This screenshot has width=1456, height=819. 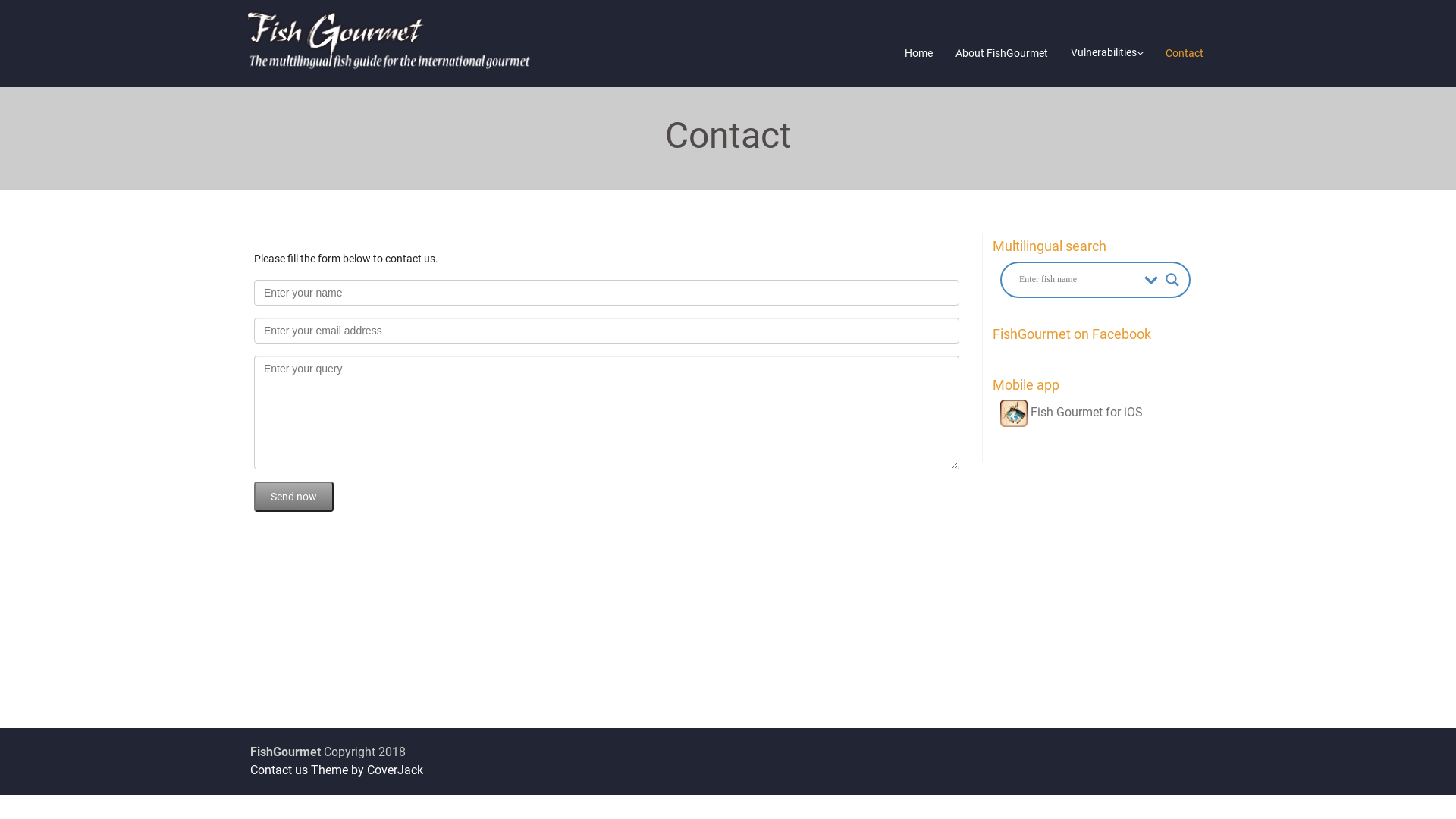 What do you see at coordinates (1070, 412) in the screenshot?
I see `'Fish Gourmet for iOS'` at bounding box center [1070, 412].